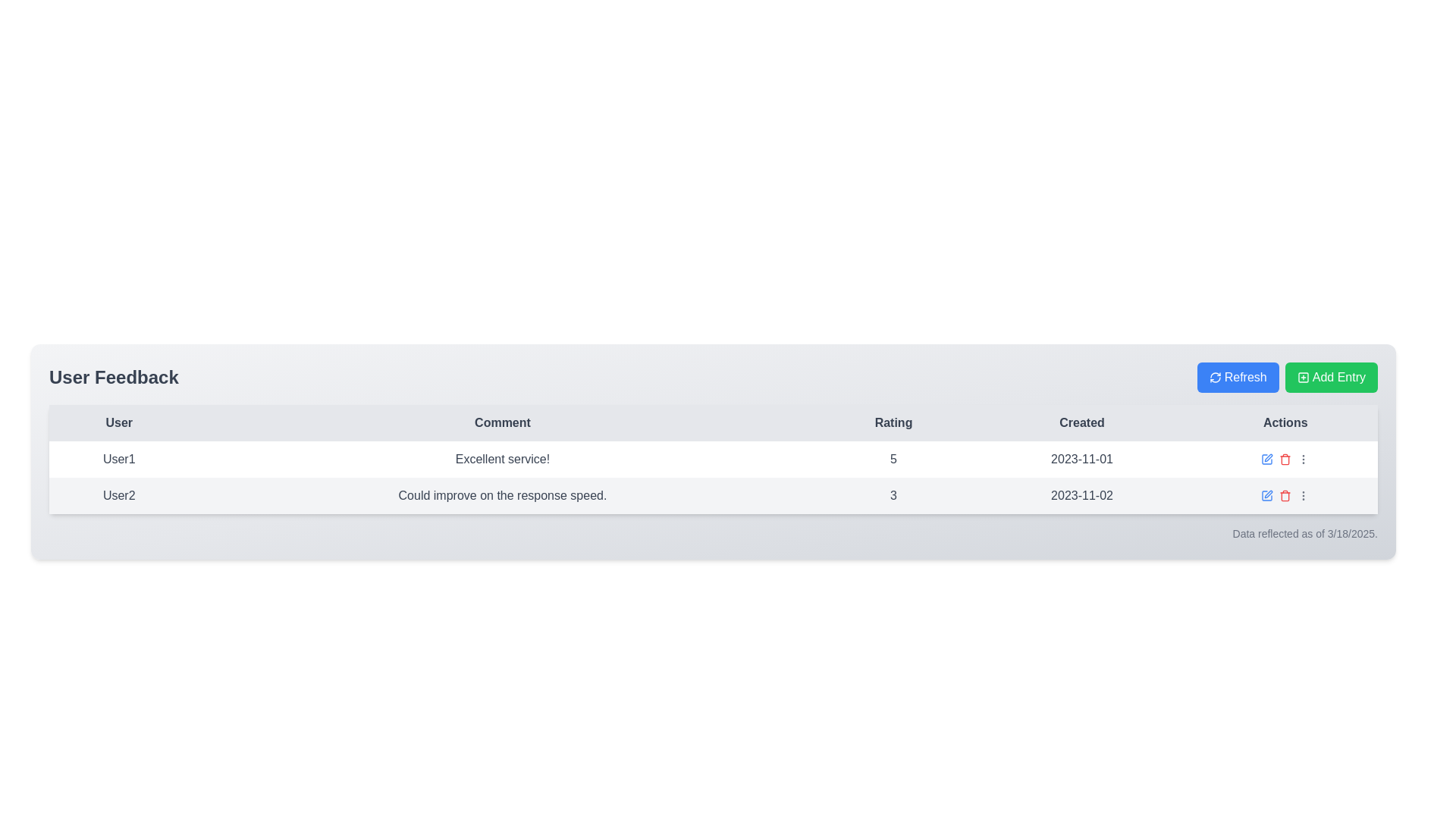 Image resolution: width=1456 pixels, height=819 pixels. I want to click on the text label displaying the user's feedback comment in the second row of the feedback table under the 'Comment' column, next to the 'User2' entry, so click(502, 496).